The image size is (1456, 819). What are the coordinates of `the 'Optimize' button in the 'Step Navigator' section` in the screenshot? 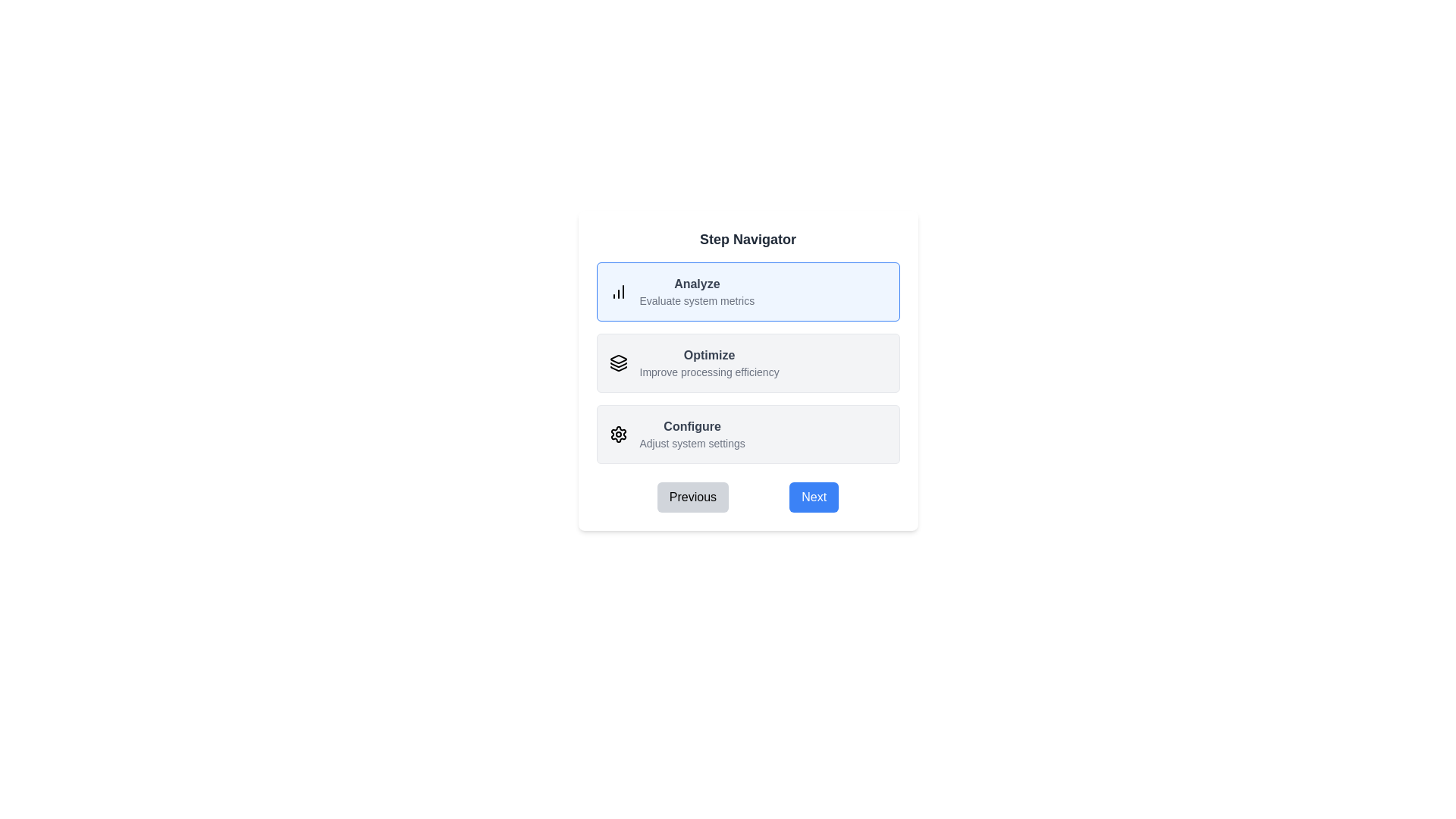 It's located at (748, 362).